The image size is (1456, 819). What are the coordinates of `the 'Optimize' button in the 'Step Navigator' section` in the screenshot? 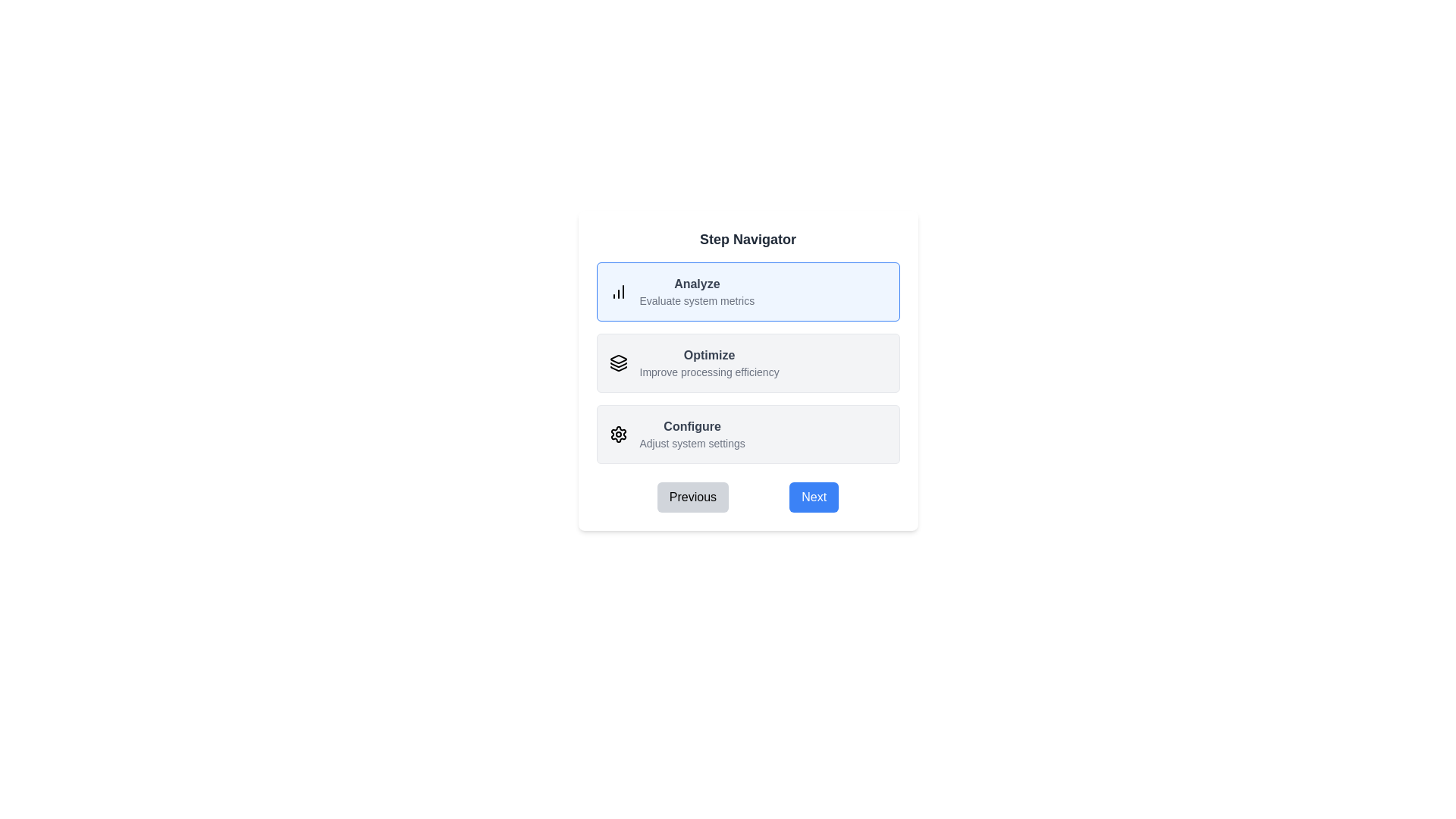 It's located at (748, 362).